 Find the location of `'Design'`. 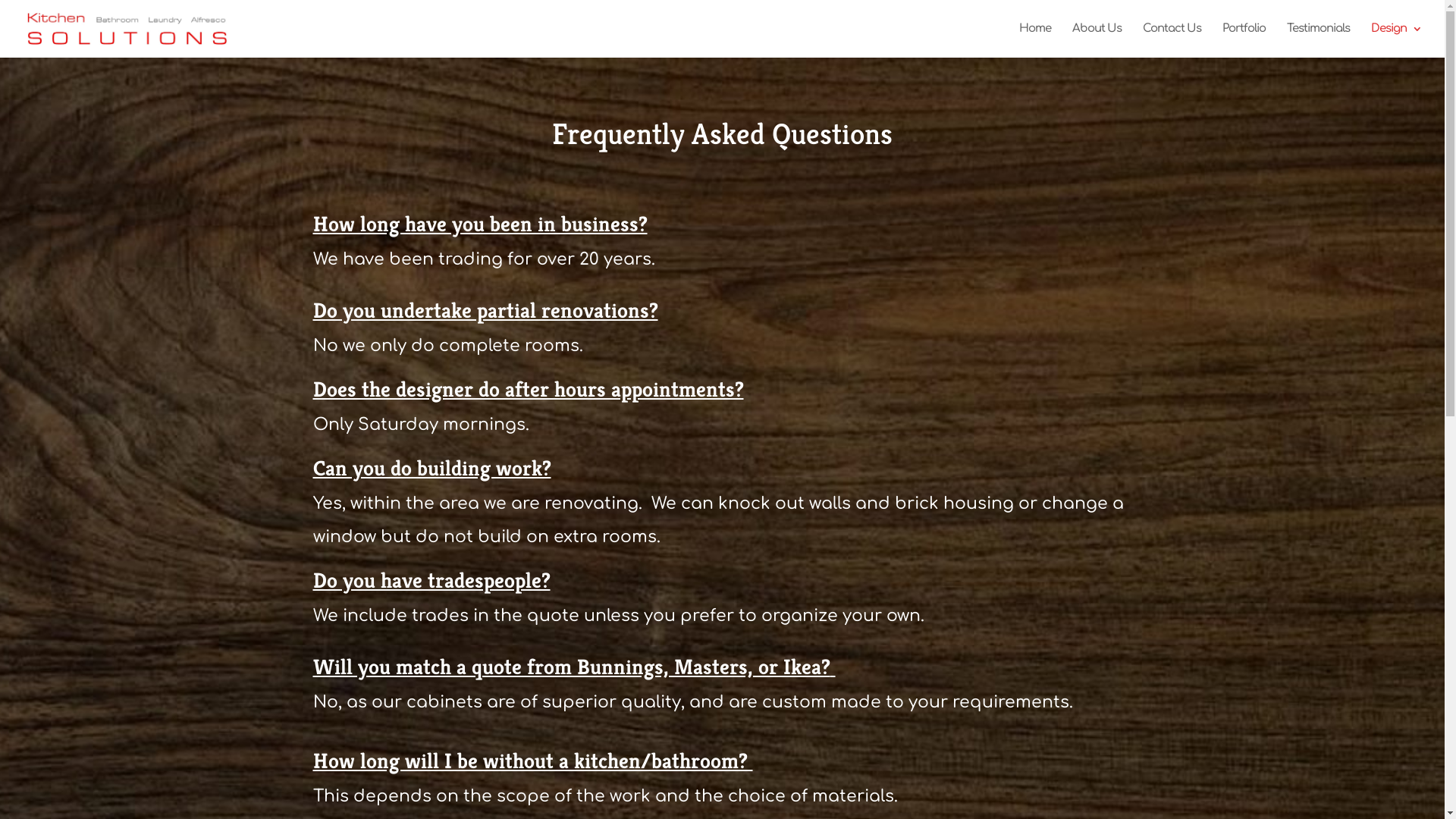

'Design' is located at coordinates (1395, 39).